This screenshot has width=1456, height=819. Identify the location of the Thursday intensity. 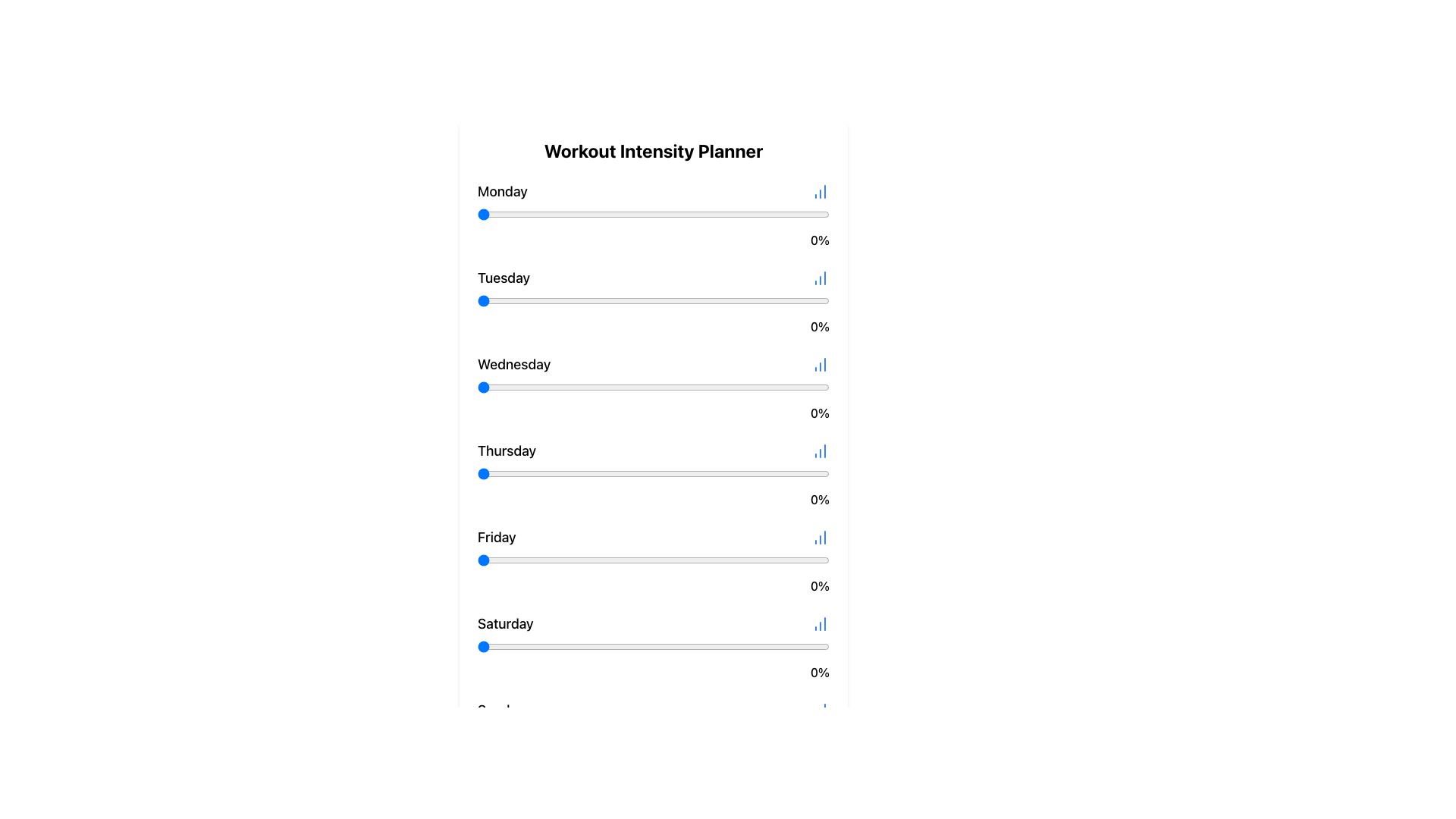
(770, 472).